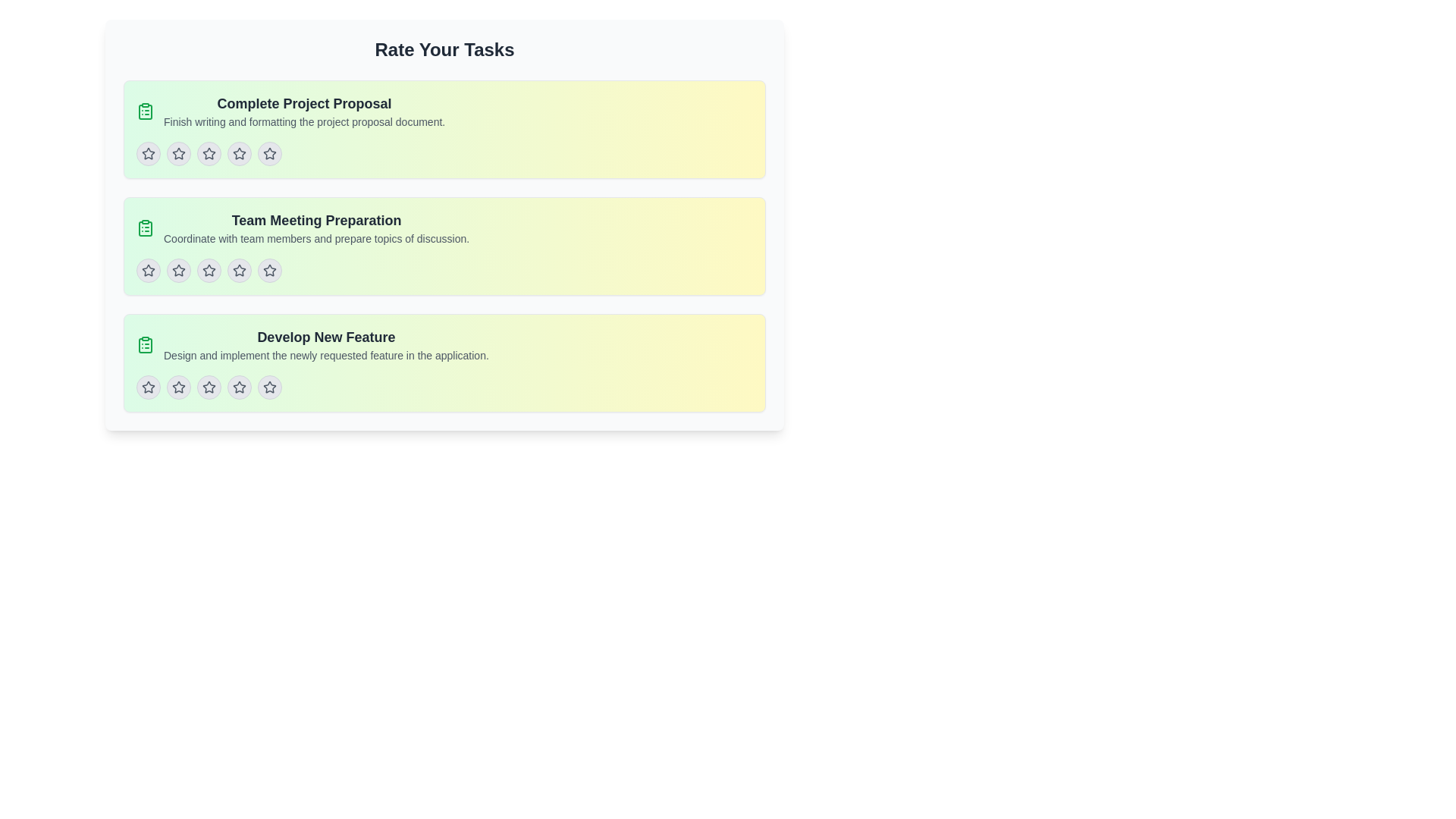 The width and height of the screenshot is (1456, 819). What do you see at coordinates (149, 154) in the screenshot?
I see `the first star-shaped rating icon in the row of five` at bounding box center [149, 154].